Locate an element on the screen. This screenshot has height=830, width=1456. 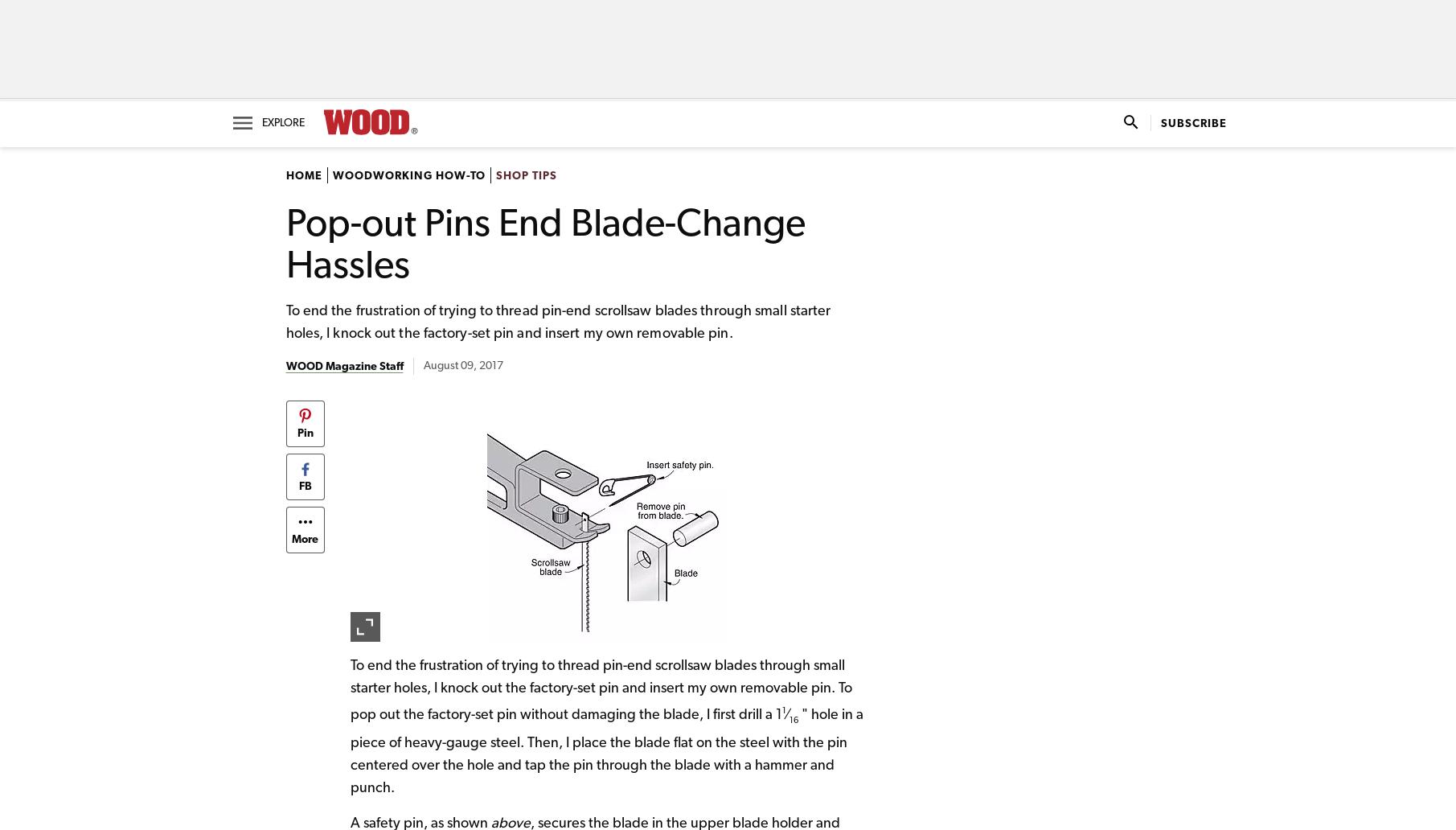
'" hole in a piece of heavy-gauge steel. Then, I place the blade flat on the steel with the pin centered over the hole and tap the pin through the blade with a hammer and punch.' is located at coordinates (605, 750).